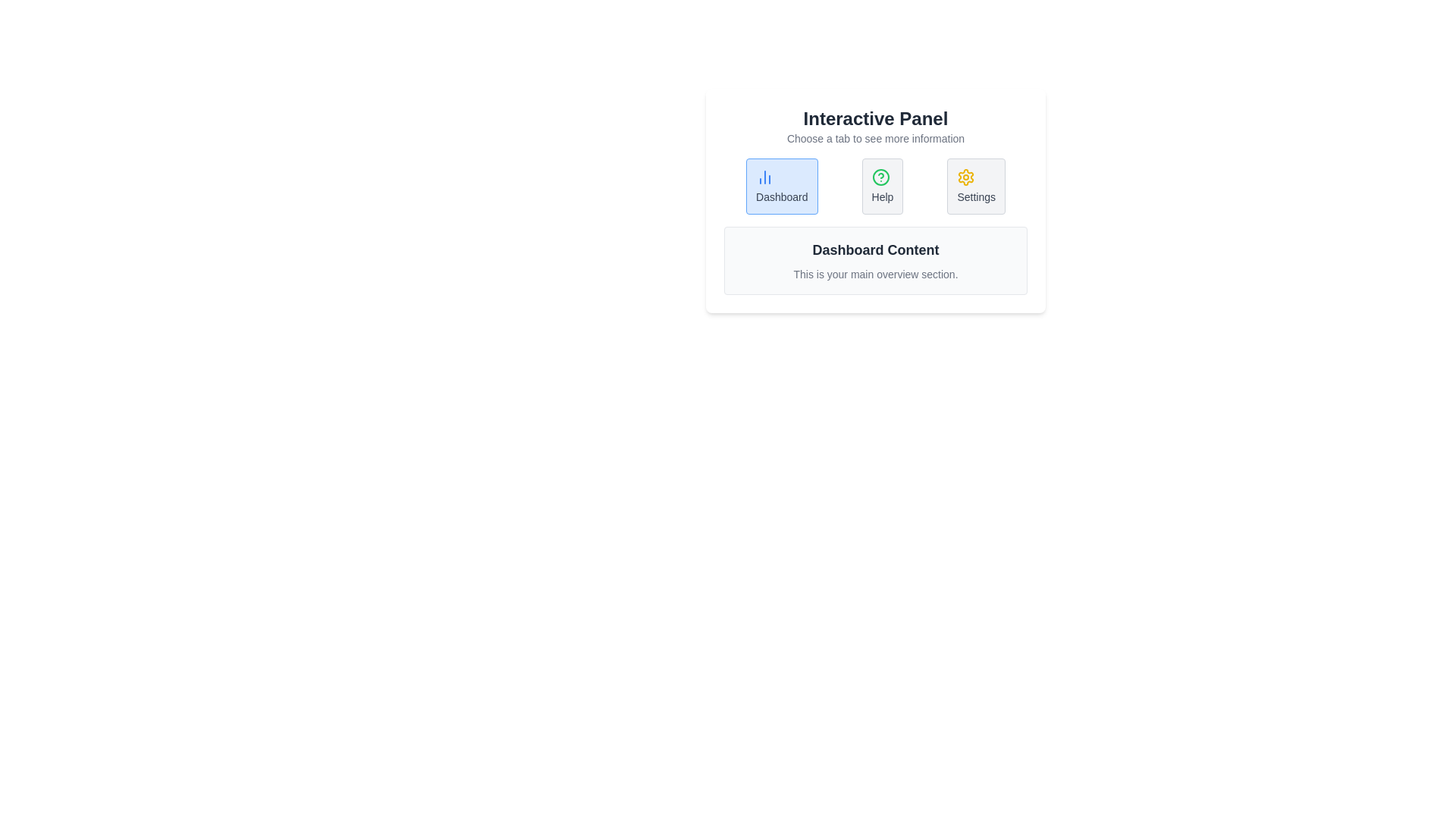 The image size is (1456, 819). What do you see at coordinates (880, 177) in the screenshot?
I see `the 'Help' button which is represented by the decorative circle located centrally within the button layout` at bounding box center [880, 177].